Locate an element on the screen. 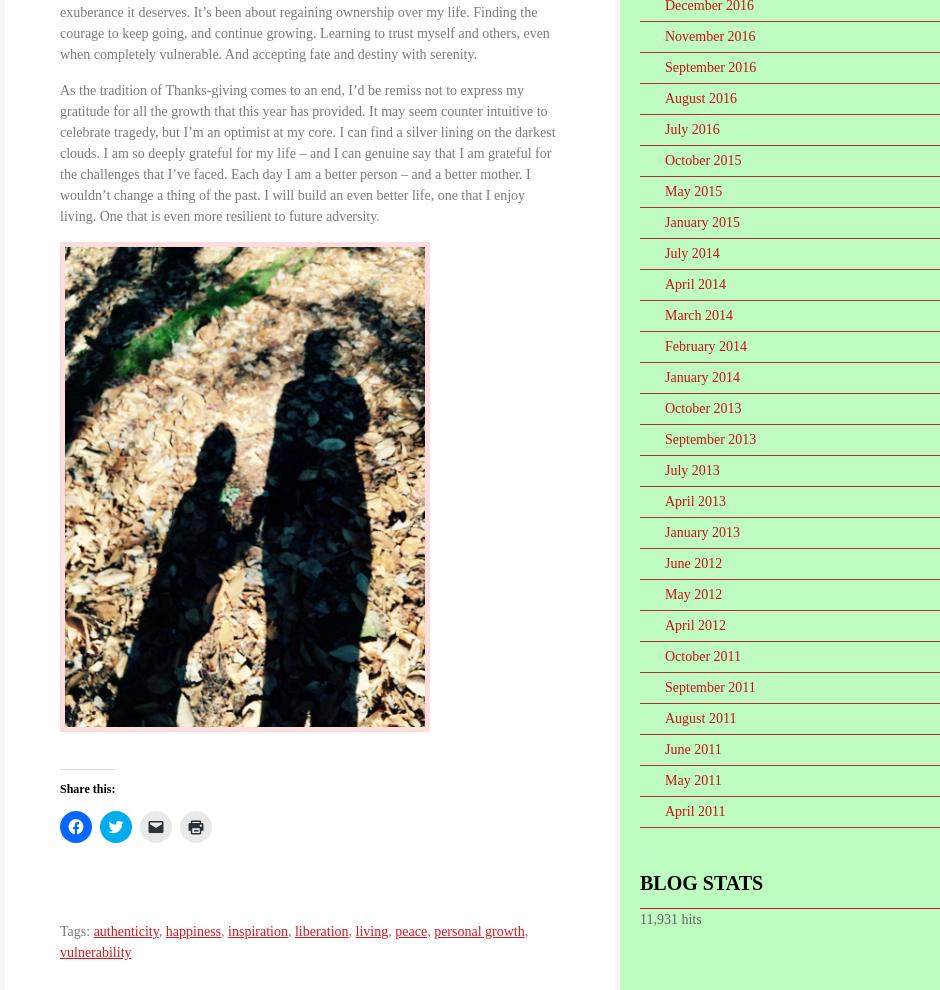 Image resolution: width=940 pixels, height=990 pixels. 'June 2011' is located at coordinates (691, 749).